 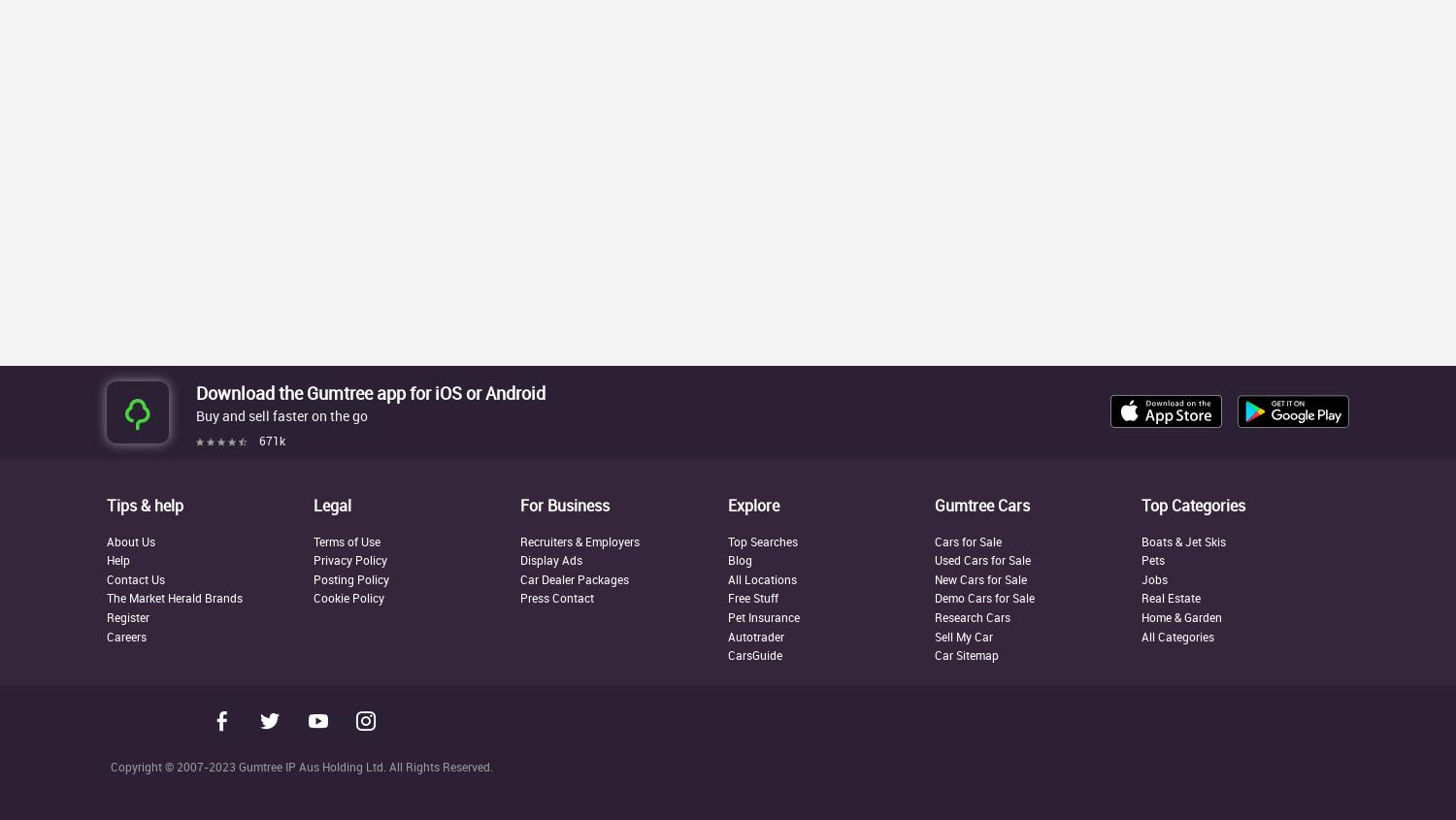 I want to click on 'Car Dealer Packages', so click(x=574, y=577).